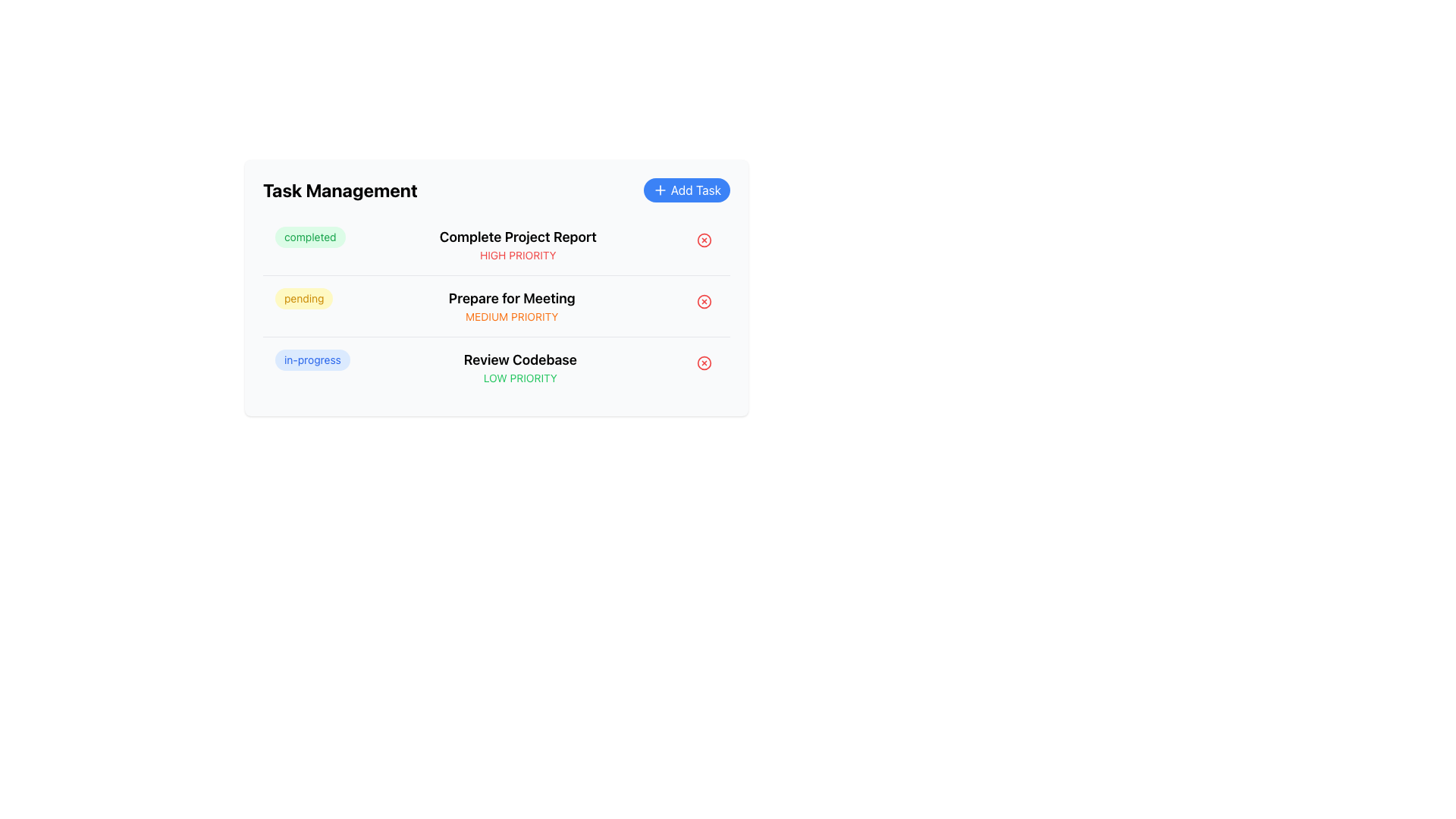 This screenshot has height=819, width=1456. What do you see at coordinates (518, 237) in the screenshot?
I see `the text label displaying 'Complete Project Report', which is part of the task management interface and indicates a completed task` at bounding box center [518, 237].